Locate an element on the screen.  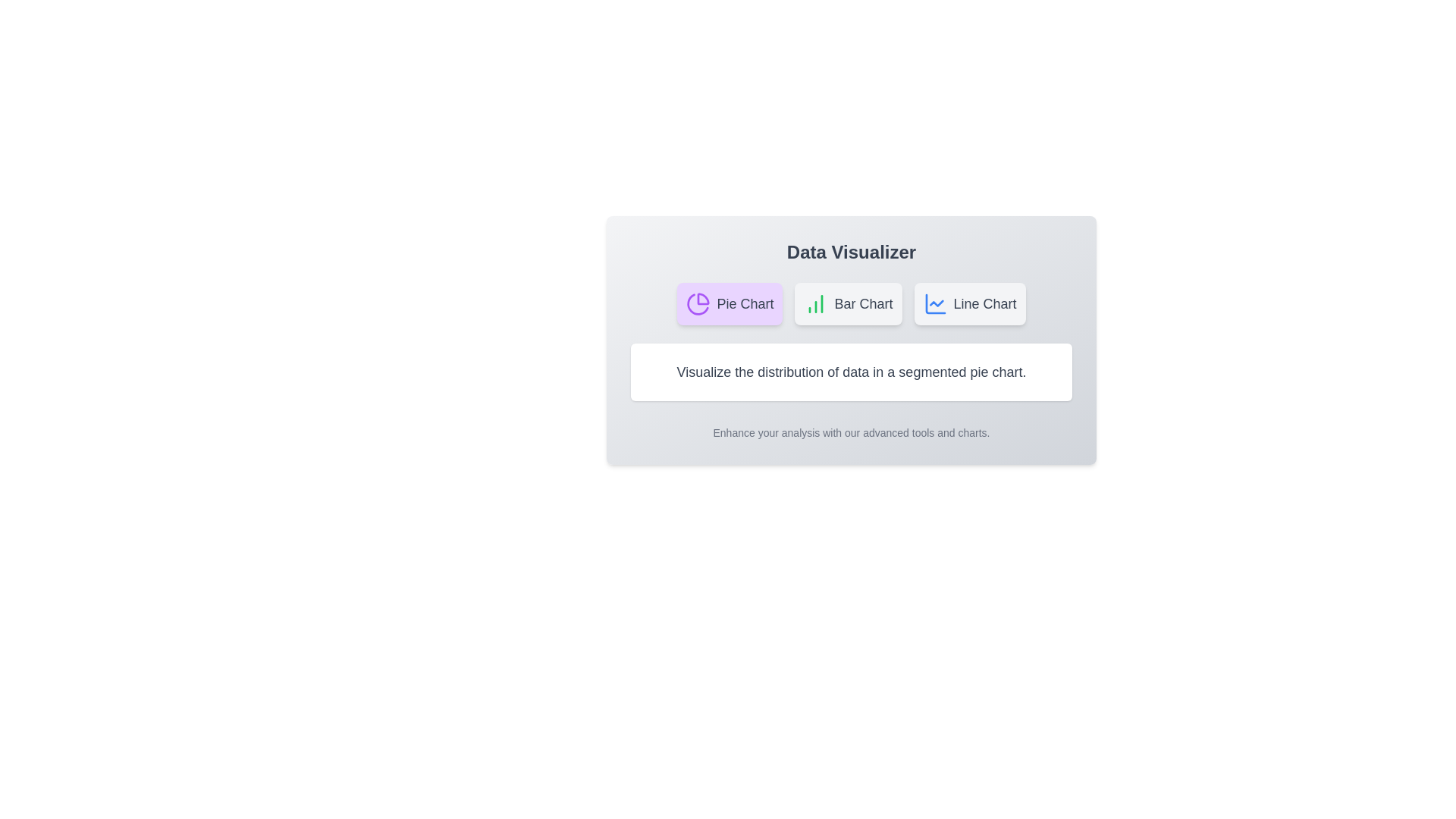
the button labeled 'Bar Chart' to observe hover effects is located at coordinates (847, 304).